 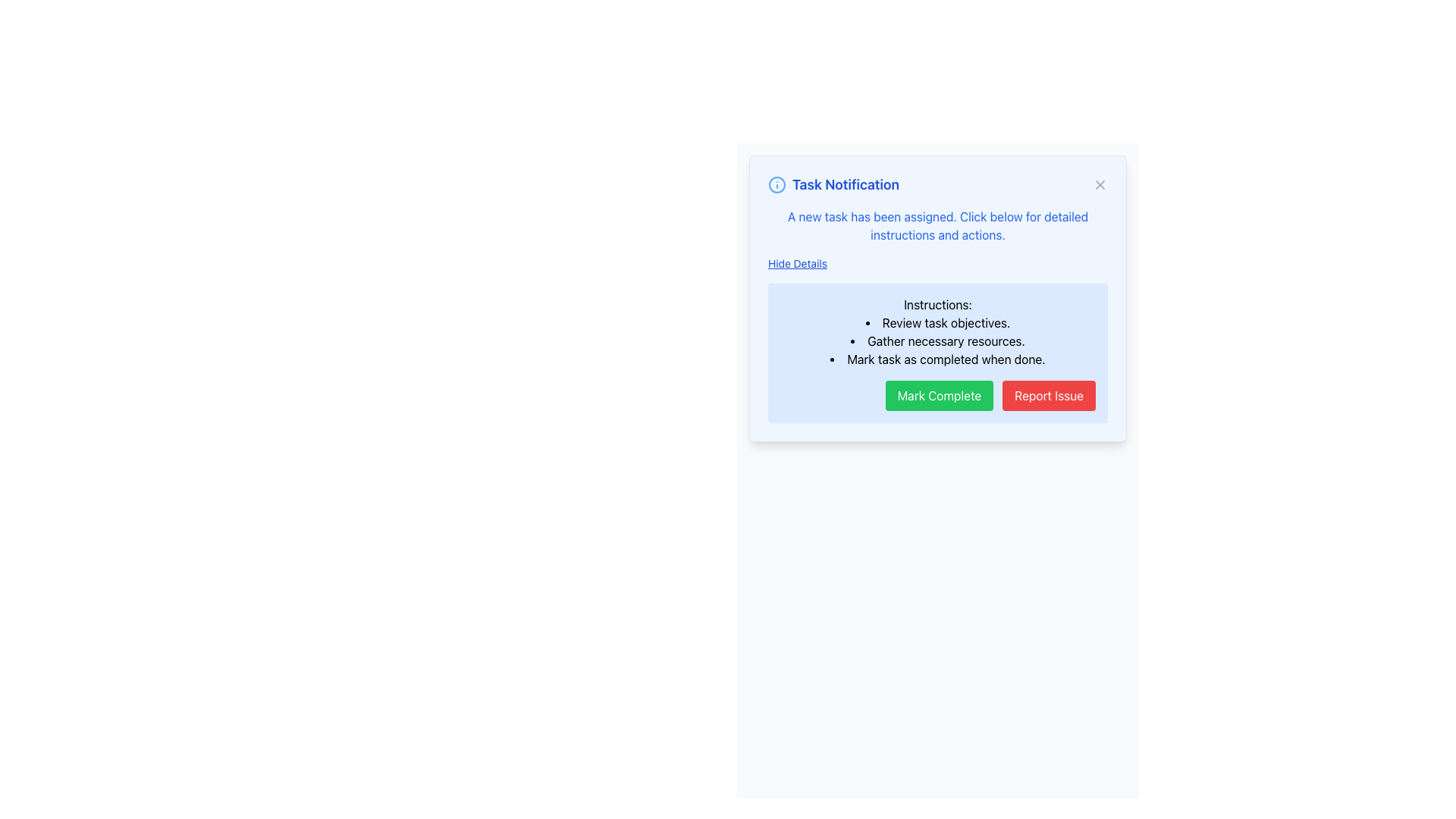 I want to click on the Text Label that serves as a title or heading for the notification panel, positioned to the right of the blue icon, so click(x=845, y=184).